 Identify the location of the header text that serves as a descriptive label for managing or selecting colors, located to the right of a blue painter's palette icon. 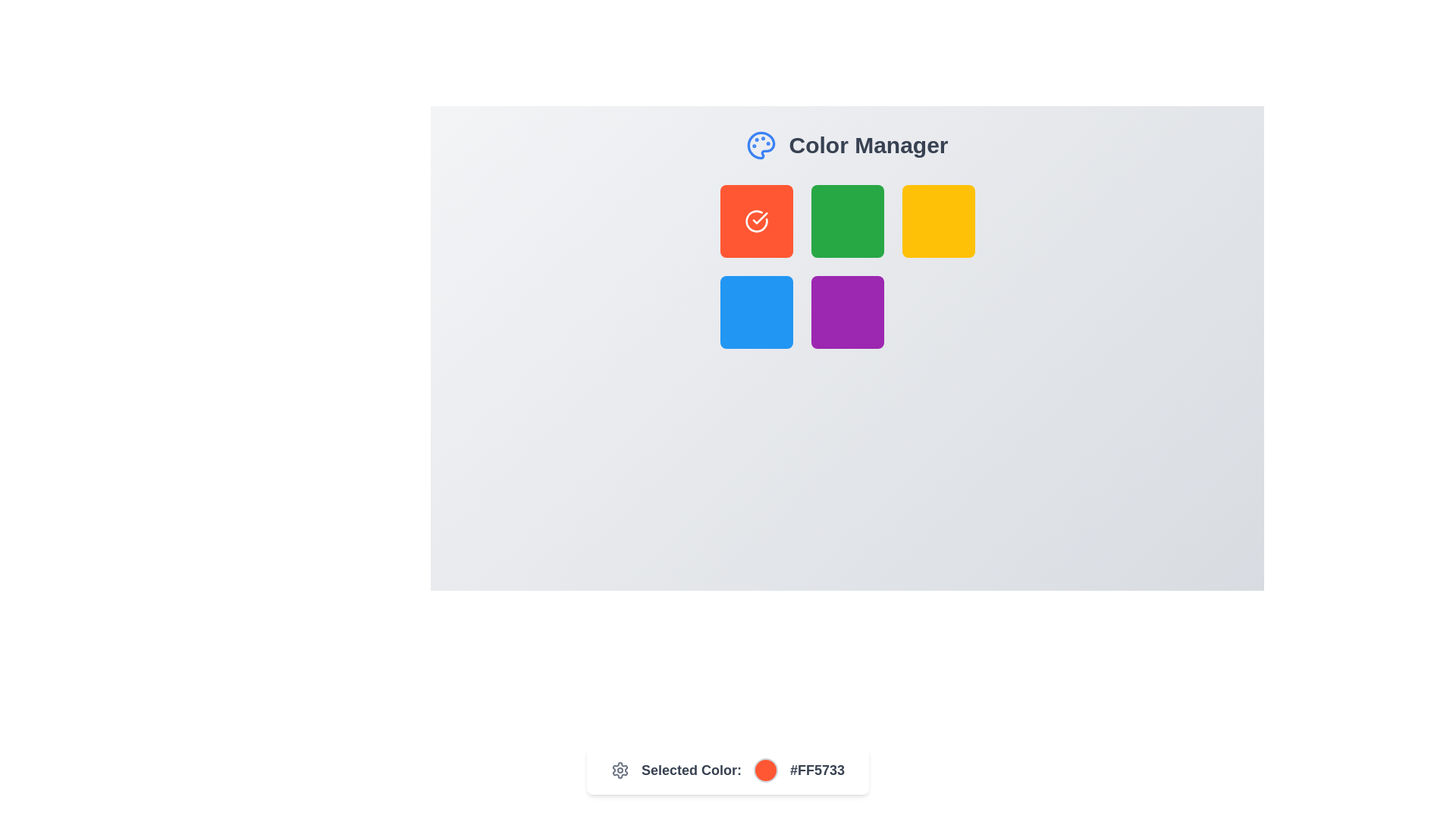
(868, 146).